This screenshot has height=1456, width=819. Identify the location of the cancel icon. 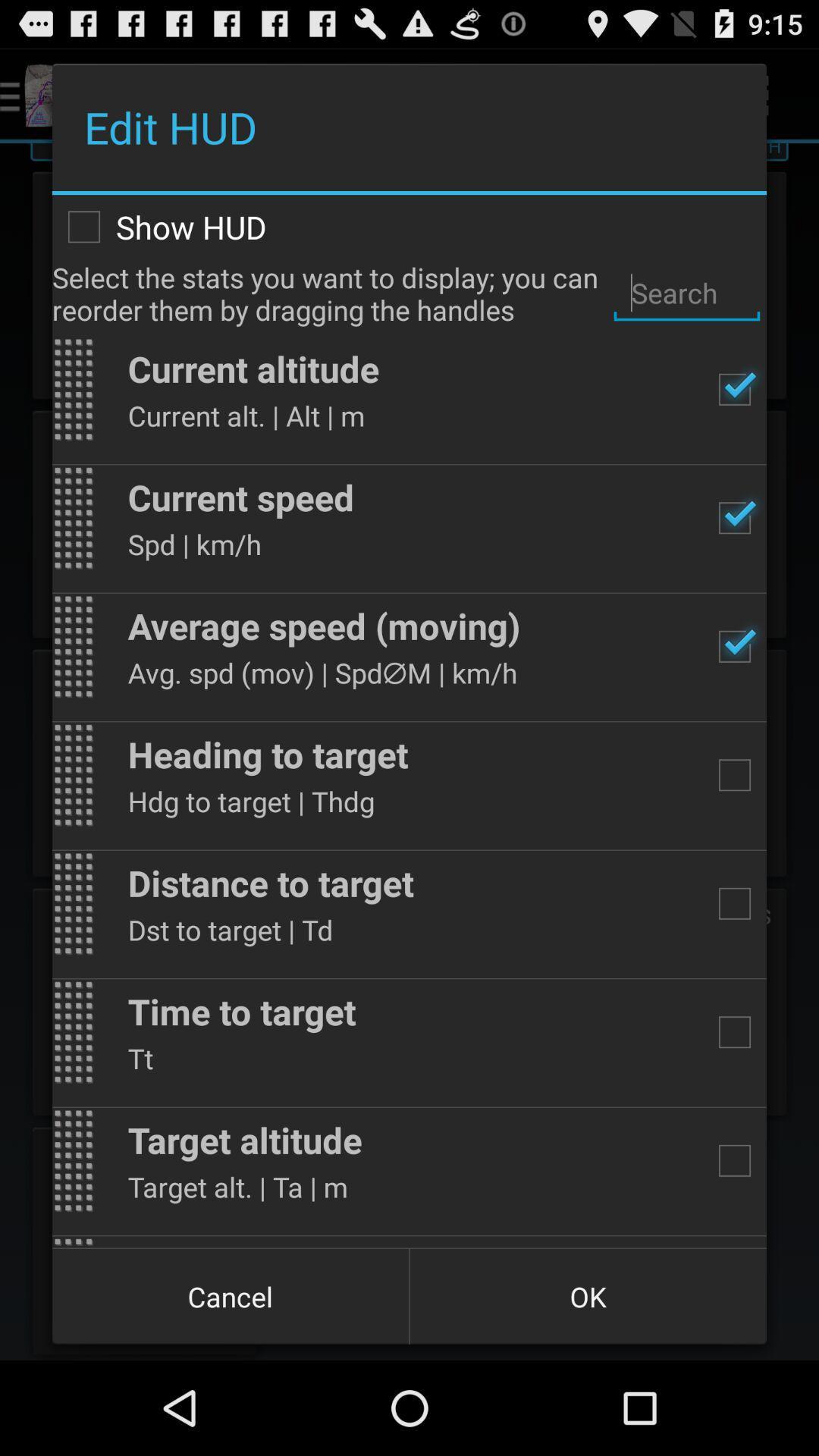
(231, 1295).